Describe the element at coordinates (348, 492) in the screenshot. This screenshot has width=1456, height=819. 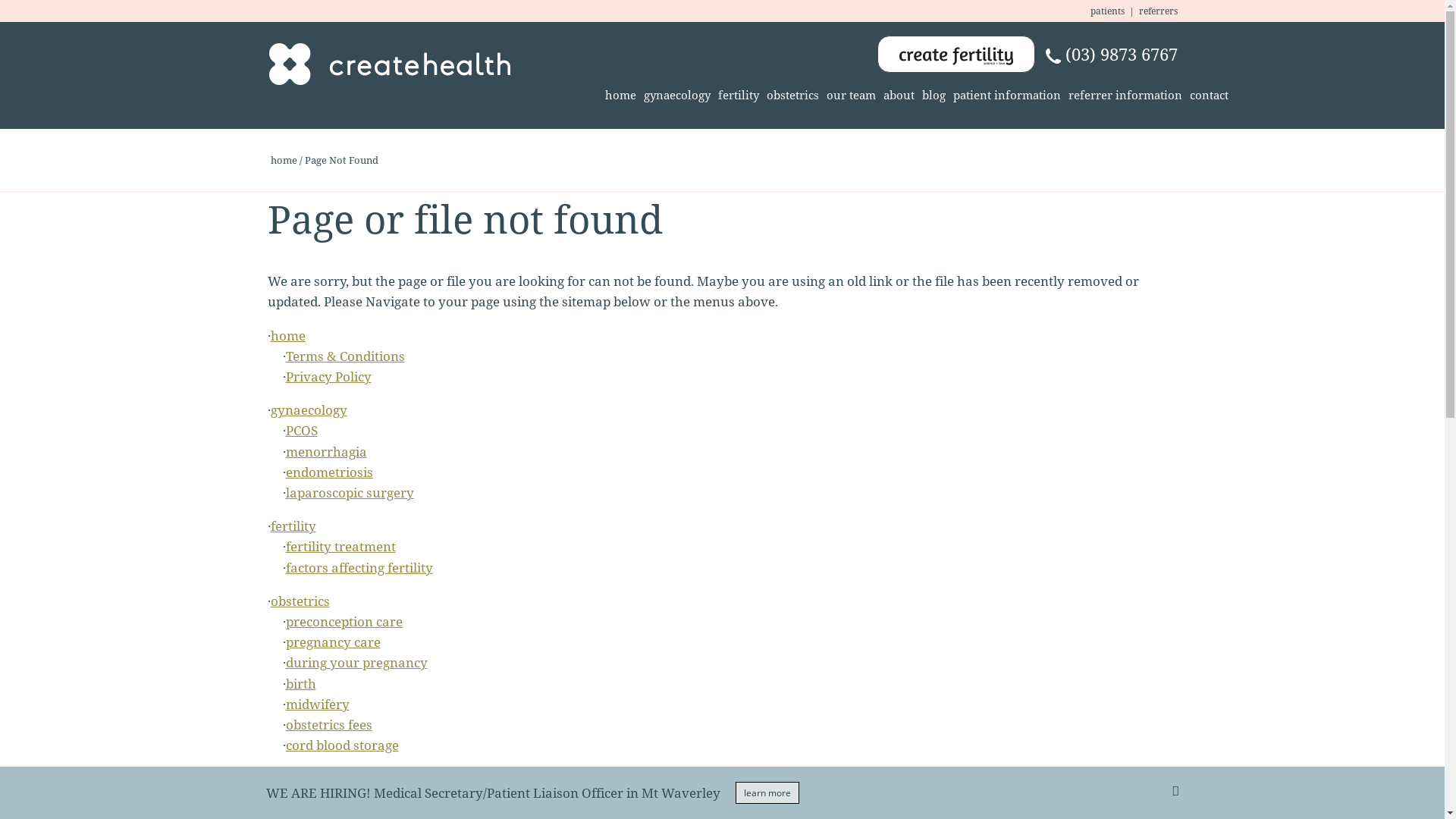
I see `'laparoscopic surgery'` at that location.